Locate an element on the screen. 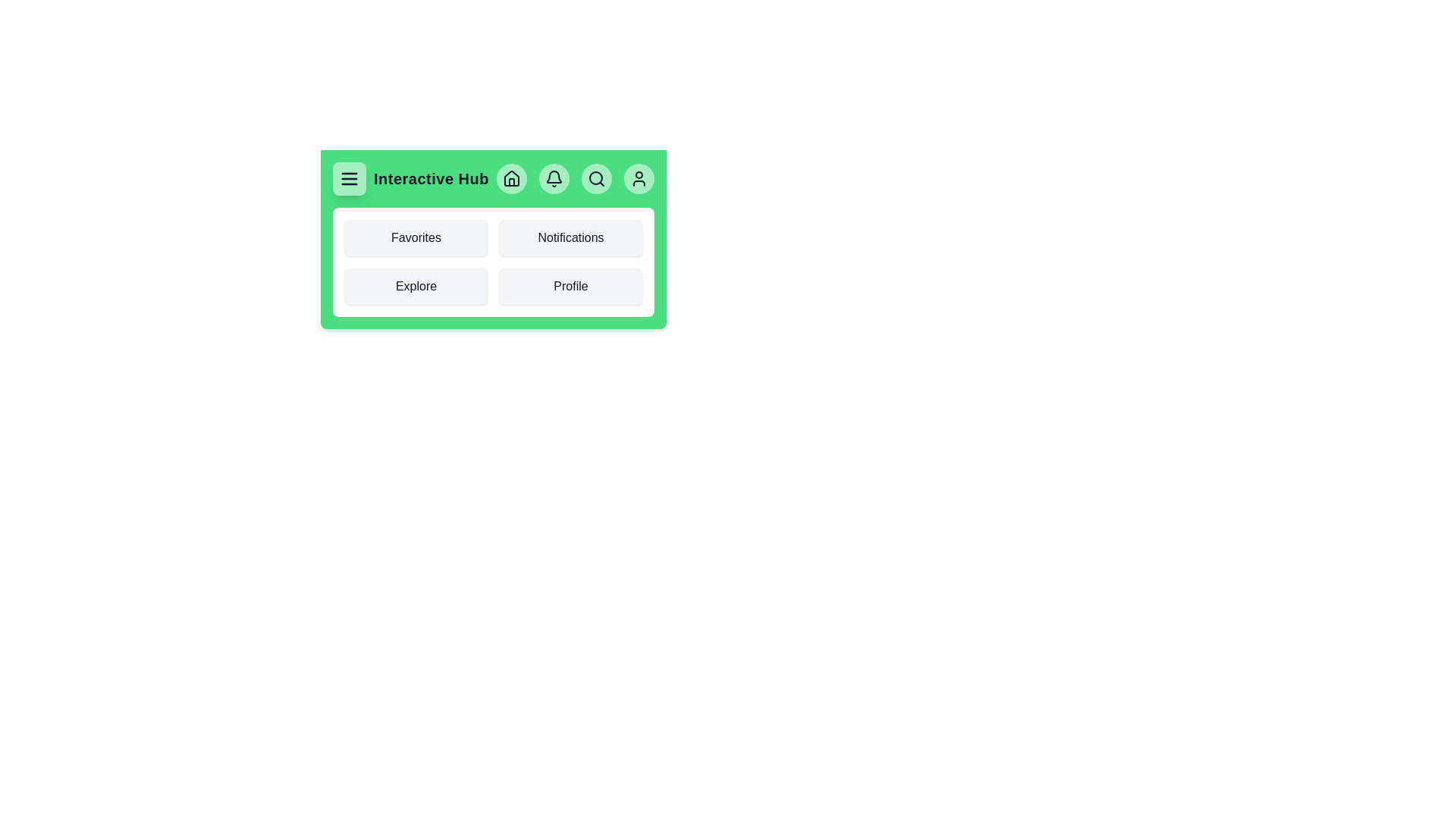  the Notifications navigation button is located at coordinates (570, 237).